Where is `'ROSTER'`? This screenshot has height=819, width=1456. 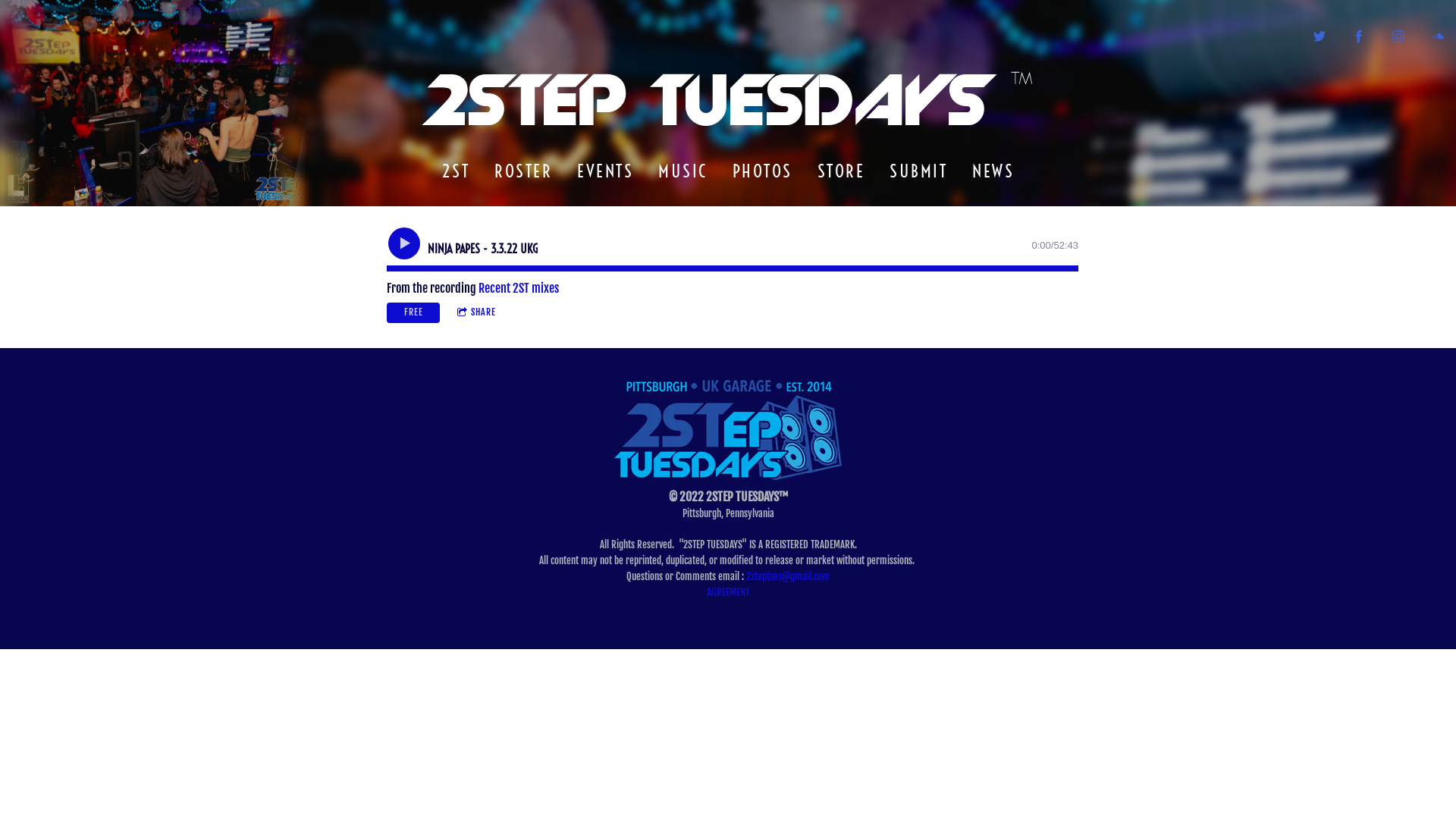 'ROSTER' is located at coordinates (523, 170).